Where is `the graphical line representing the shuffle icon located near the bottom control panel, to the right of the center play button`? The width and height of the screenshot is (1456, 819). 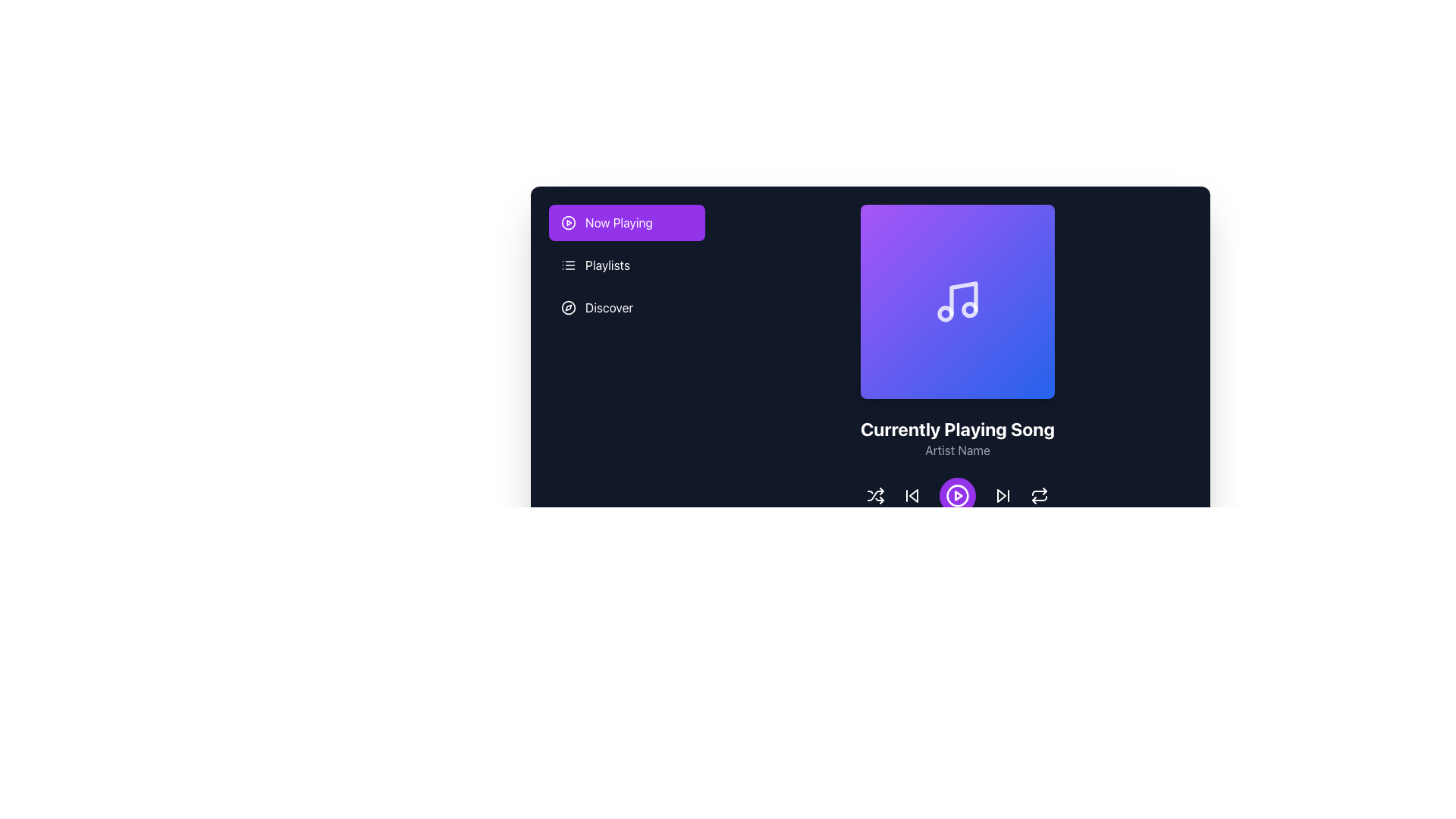 the graphical line representing the shuffle icon located near the bottom control panel, to the right of the center play button is located at coordinates (876, 496).